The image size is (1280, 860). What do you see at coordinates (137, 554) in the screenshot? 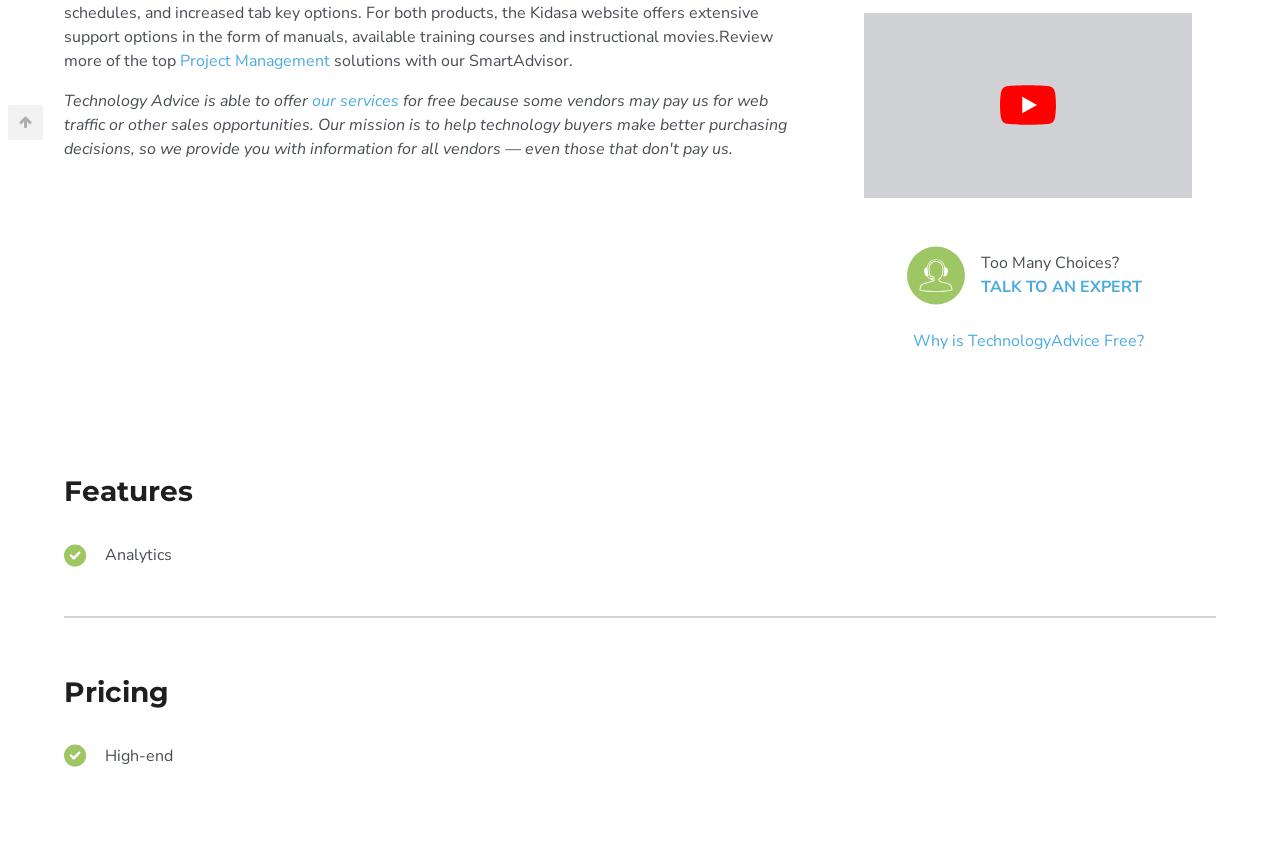
I see `'Analytics'` at bounding box center [137, 554].